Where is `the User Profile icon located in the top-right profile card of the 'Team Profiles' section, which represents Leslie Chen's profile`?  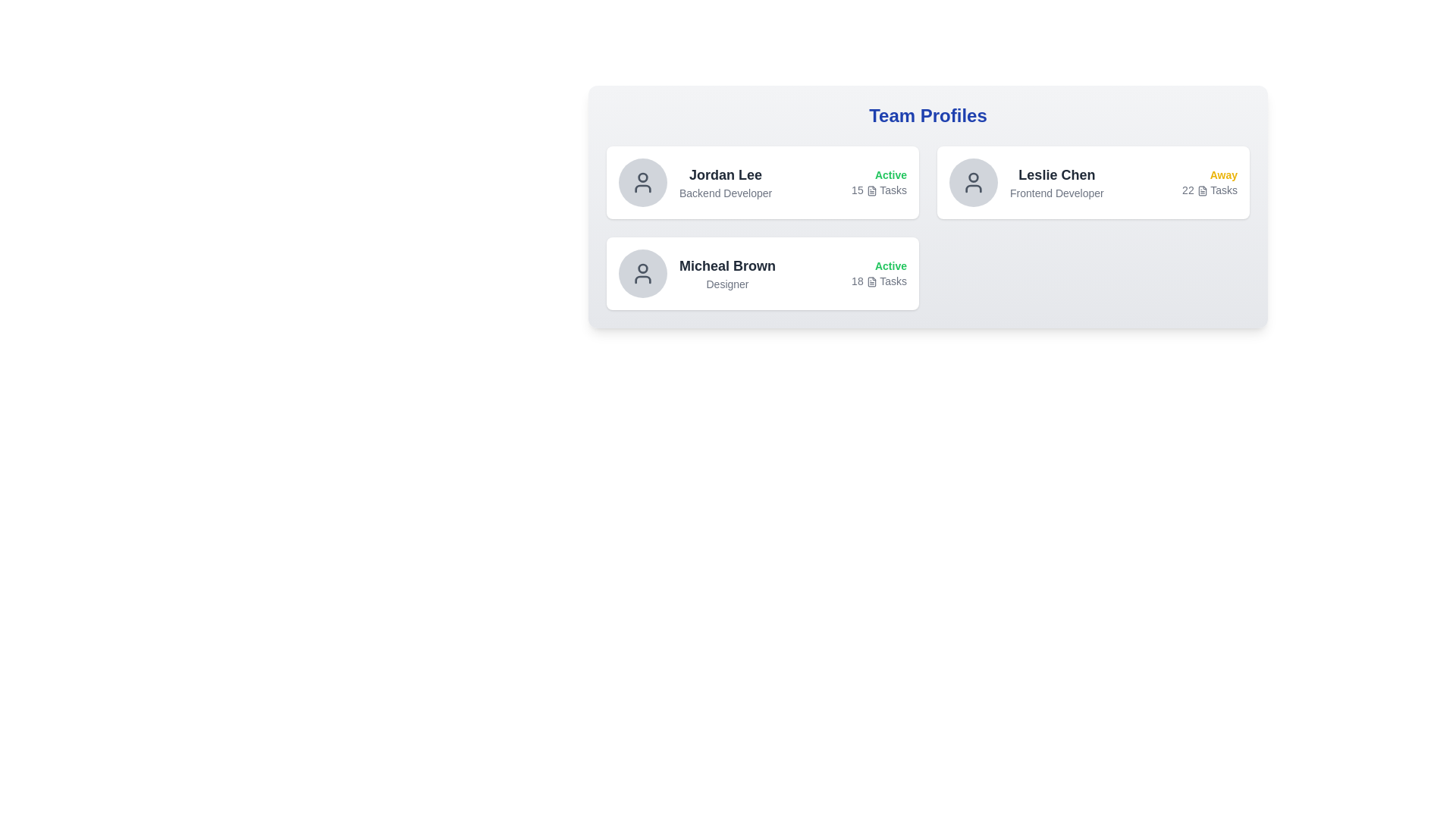
the User Profile icon located in the top-right profile card of the 'Team Profiles' section, which represents Leslie Chen's profile is located at coordinates (973, 181).